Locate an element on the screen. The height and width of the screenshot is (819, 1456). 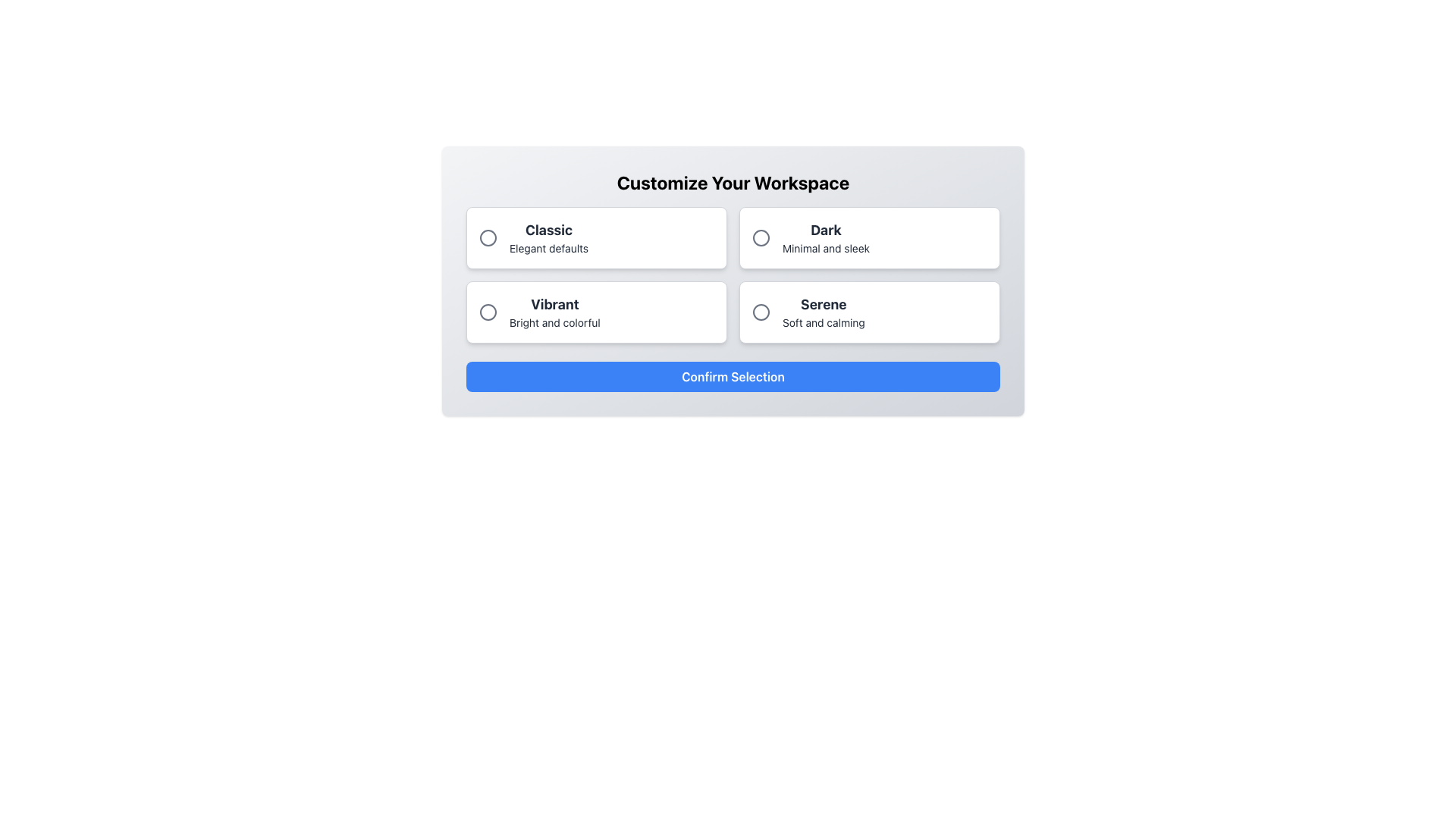
the small circular icon with a grayish outline in the 'Vibrant' card of the 'Customize Your Workspace' section is located at coordinates (488, 312).